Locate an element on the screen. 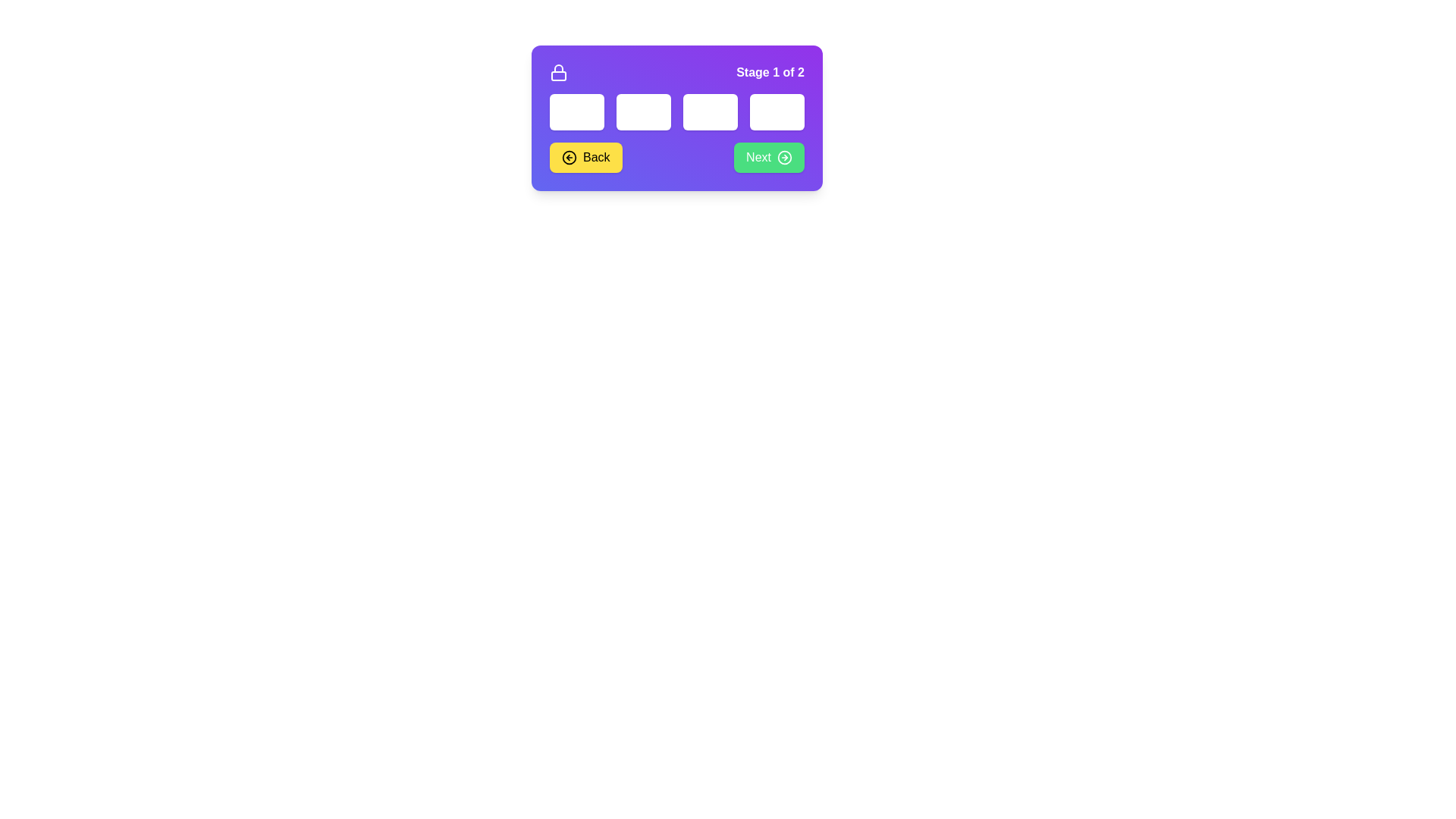 Image resolution: width=1456 pixels, height=819 pixels. the outlined SVG circle that is part of the 'Next' button located in the bottom-right of the card is located at coordinates (785, 158).